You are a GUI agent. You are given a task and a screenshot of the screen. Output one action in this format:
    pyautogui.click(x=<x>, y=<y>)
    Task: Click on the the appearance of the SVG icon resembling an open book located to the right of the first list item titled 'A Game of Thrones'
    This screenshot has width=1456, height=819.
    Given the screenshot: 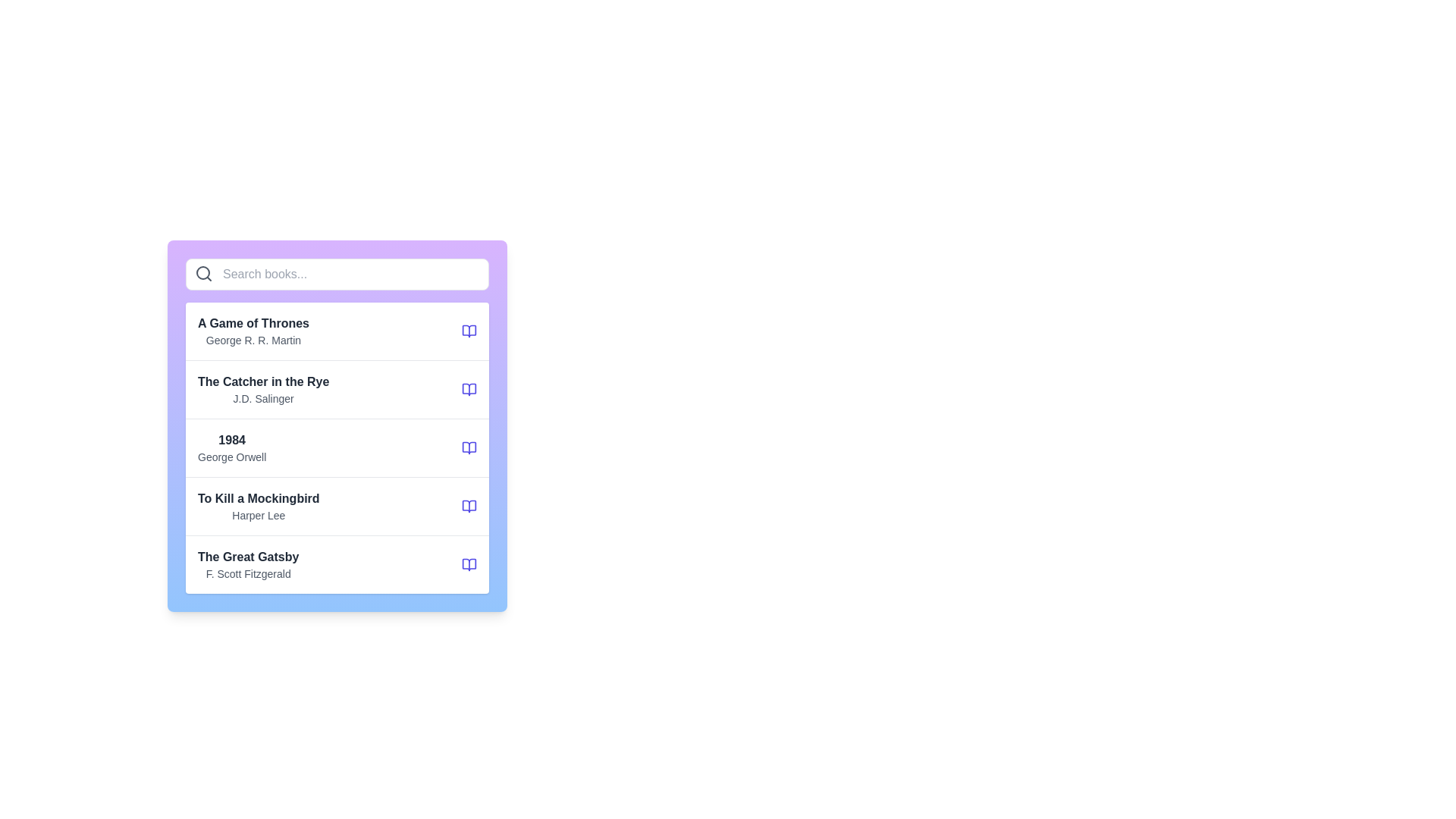 What is the action you would take?
    pyautogui.click(x=469, y=330)
    